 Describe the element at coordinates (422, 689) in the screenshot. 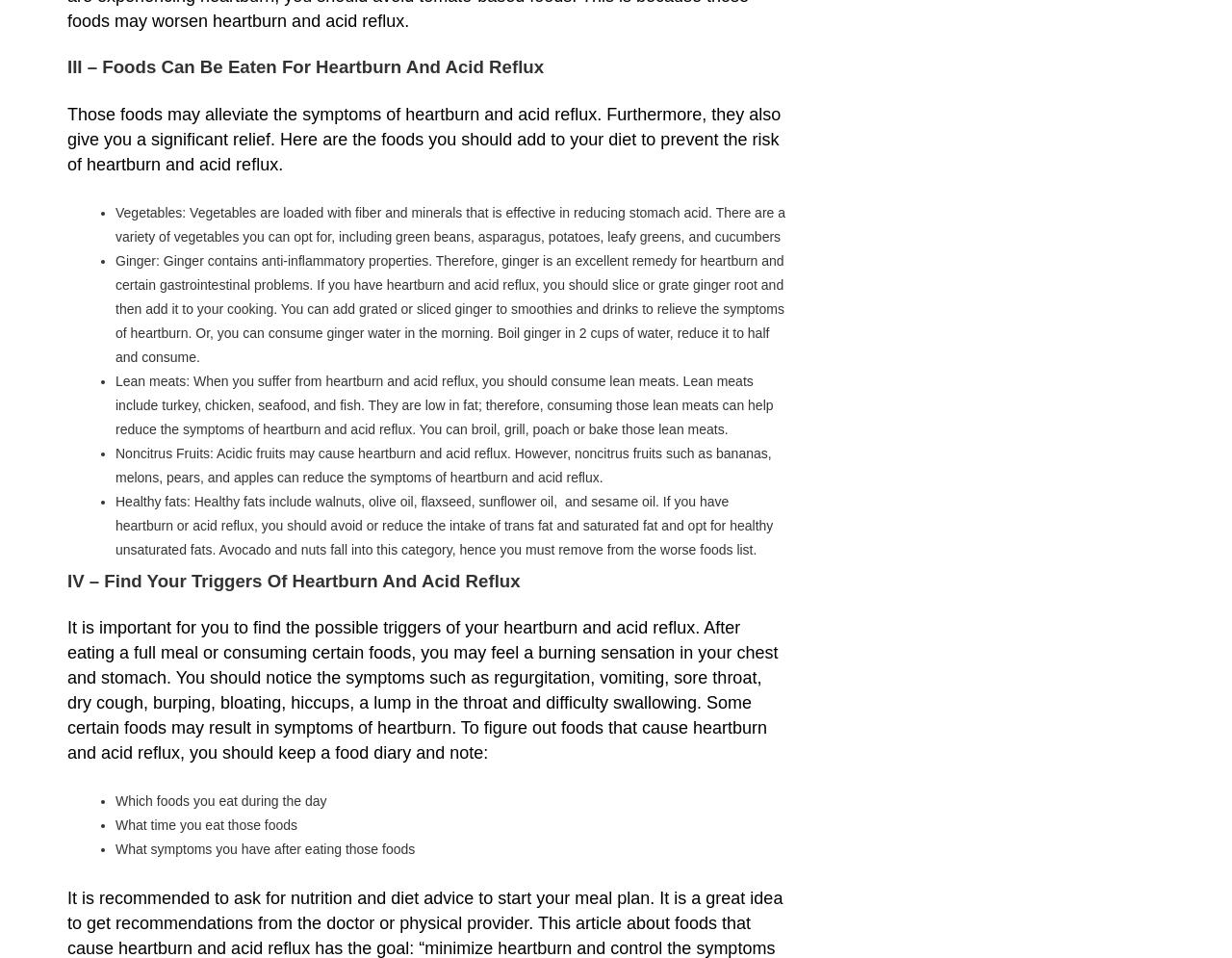

I see `'It is important for you to find the possible triggers of your heartburn and acid reflux. After eating a full meal or consuming certain foods, you may feel a burning sensation in your chest and stomach. You should notice the symptoms such as regurgitation, vomiting, sore throat, dry cough, burping, bloating, hiccups, a lump in the throat and difficulty swallowing. Some certain foods may result in symptoms of heartburn. To figure out foods that cause heartburn and acid reflux, you should keep a food diary and note:'` at that location.